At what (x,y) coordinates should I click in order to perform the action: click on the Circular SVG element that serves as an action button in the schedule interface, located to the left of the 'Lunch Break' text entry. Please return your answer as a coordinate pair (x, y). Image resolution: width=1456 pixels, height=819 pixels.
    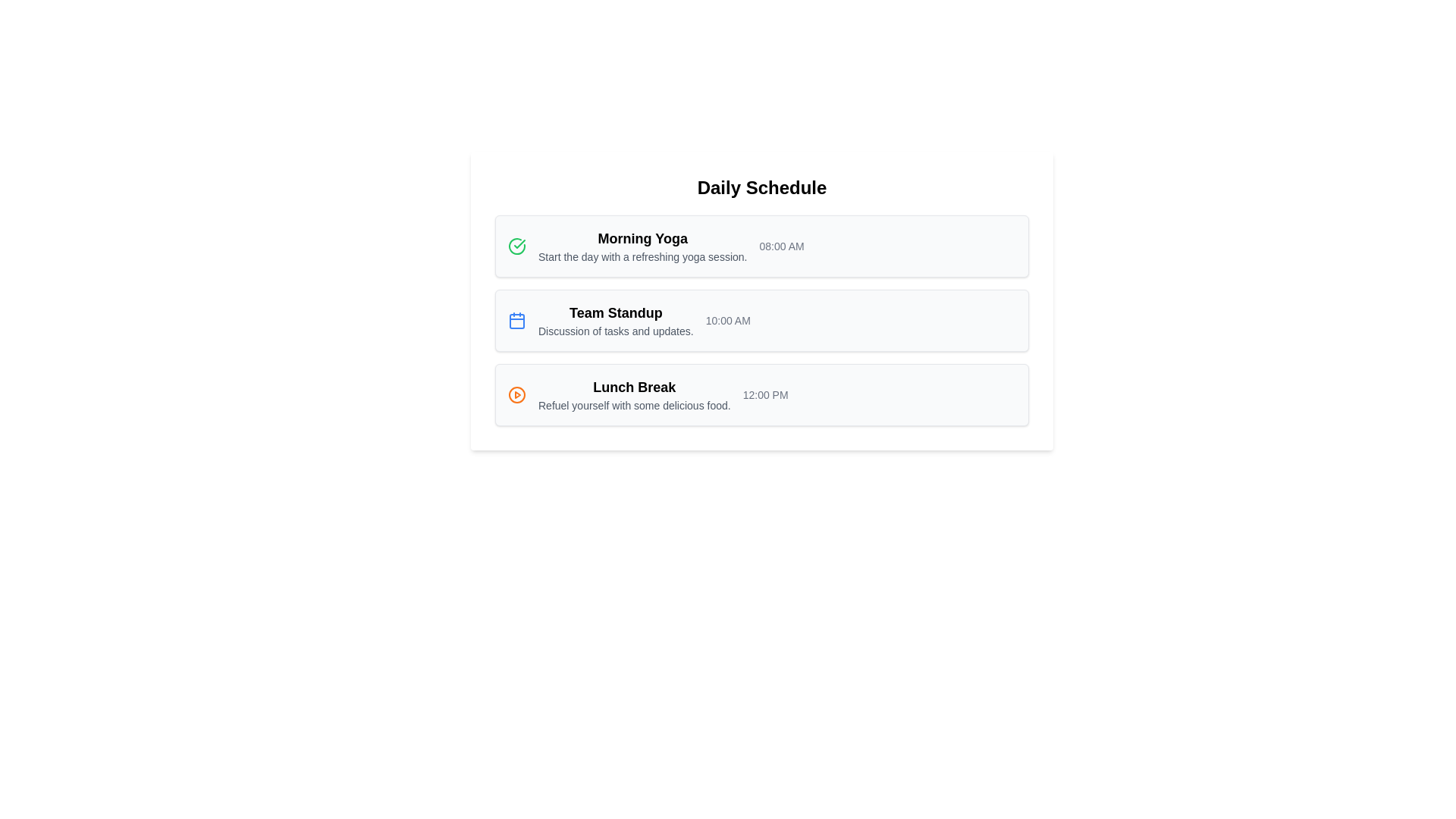
    Looking at the image, I should click on (516, 394).